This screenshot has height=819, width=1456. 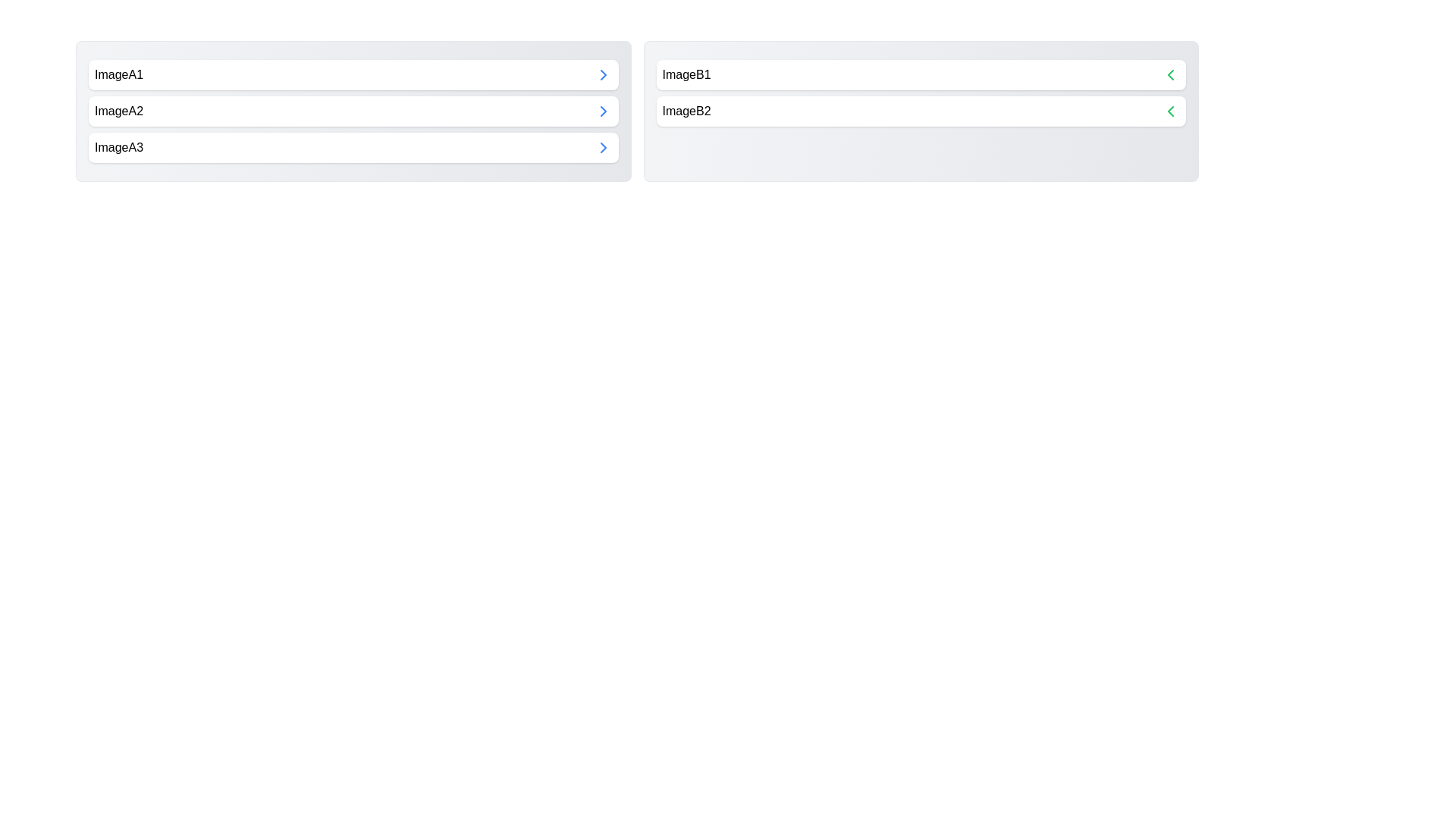 I want to click on arrow button next to ImageB1 to move it to the opposite category, so click(x=1170, y=75).